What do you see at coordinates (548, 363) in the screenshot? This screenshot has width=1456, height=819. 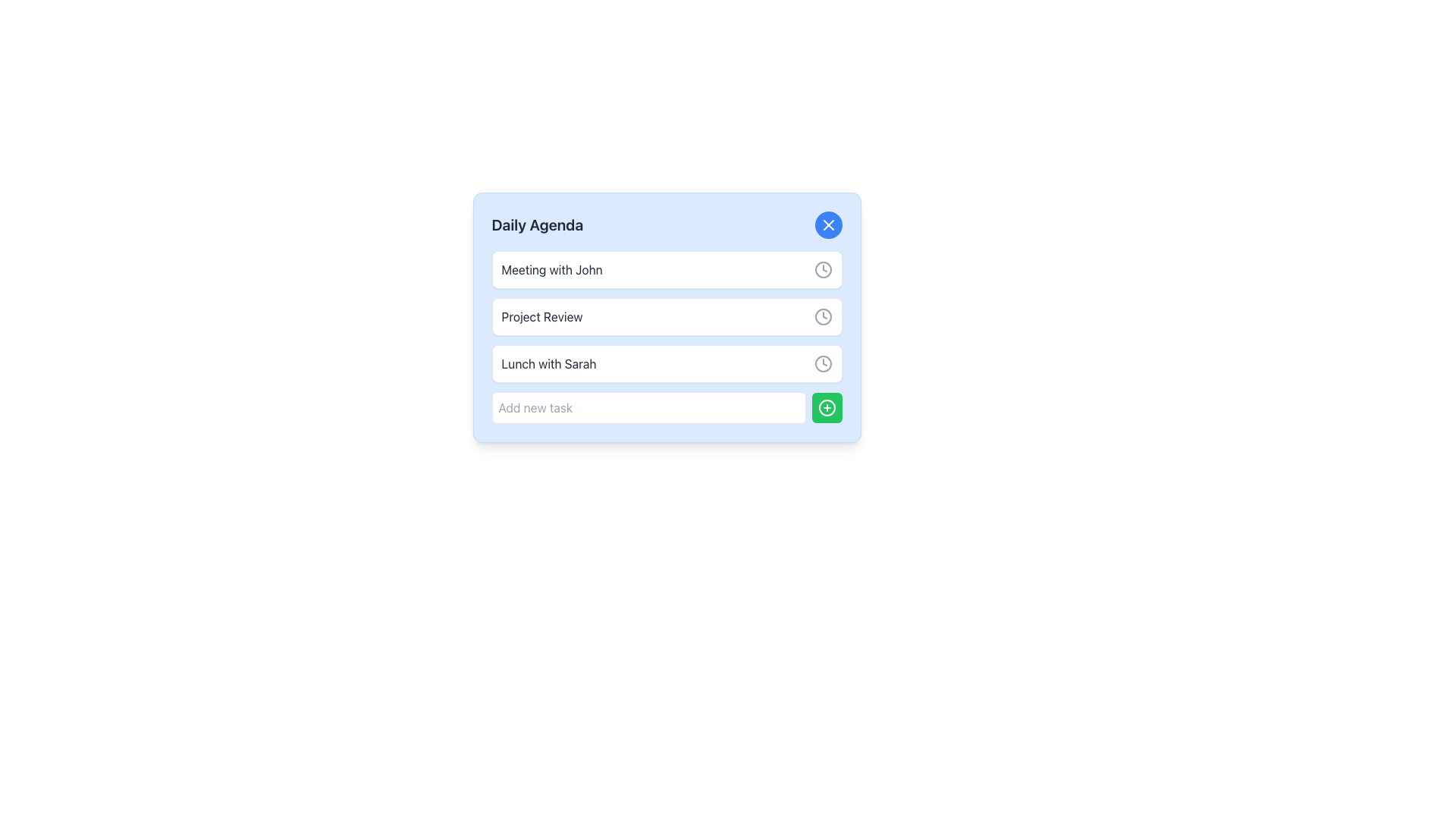 I see `the Text Label that denotes the title of a lunch event with Sarah in the Daily Agenda widget, specifically the third item from the top` at bounding box center [548, 363].